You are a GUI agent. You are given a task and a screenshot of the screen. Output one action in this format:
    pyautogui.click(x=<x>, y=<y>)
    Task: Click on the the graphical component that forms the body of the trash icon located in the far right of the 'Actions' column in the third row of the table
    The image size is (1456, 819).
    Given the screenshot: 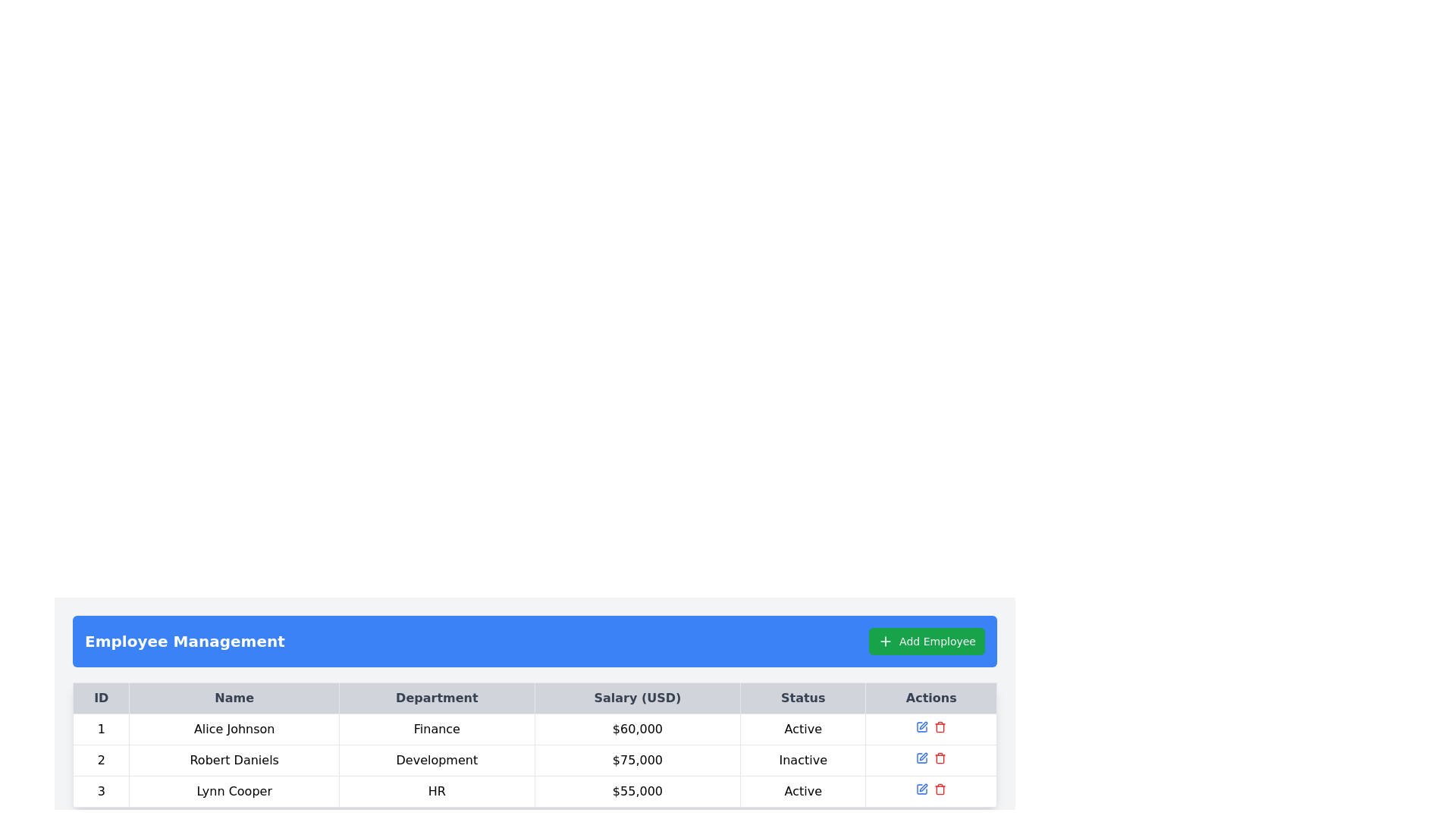 What is the action you would take?
    pyautogui.click(x=940, y=789)
    